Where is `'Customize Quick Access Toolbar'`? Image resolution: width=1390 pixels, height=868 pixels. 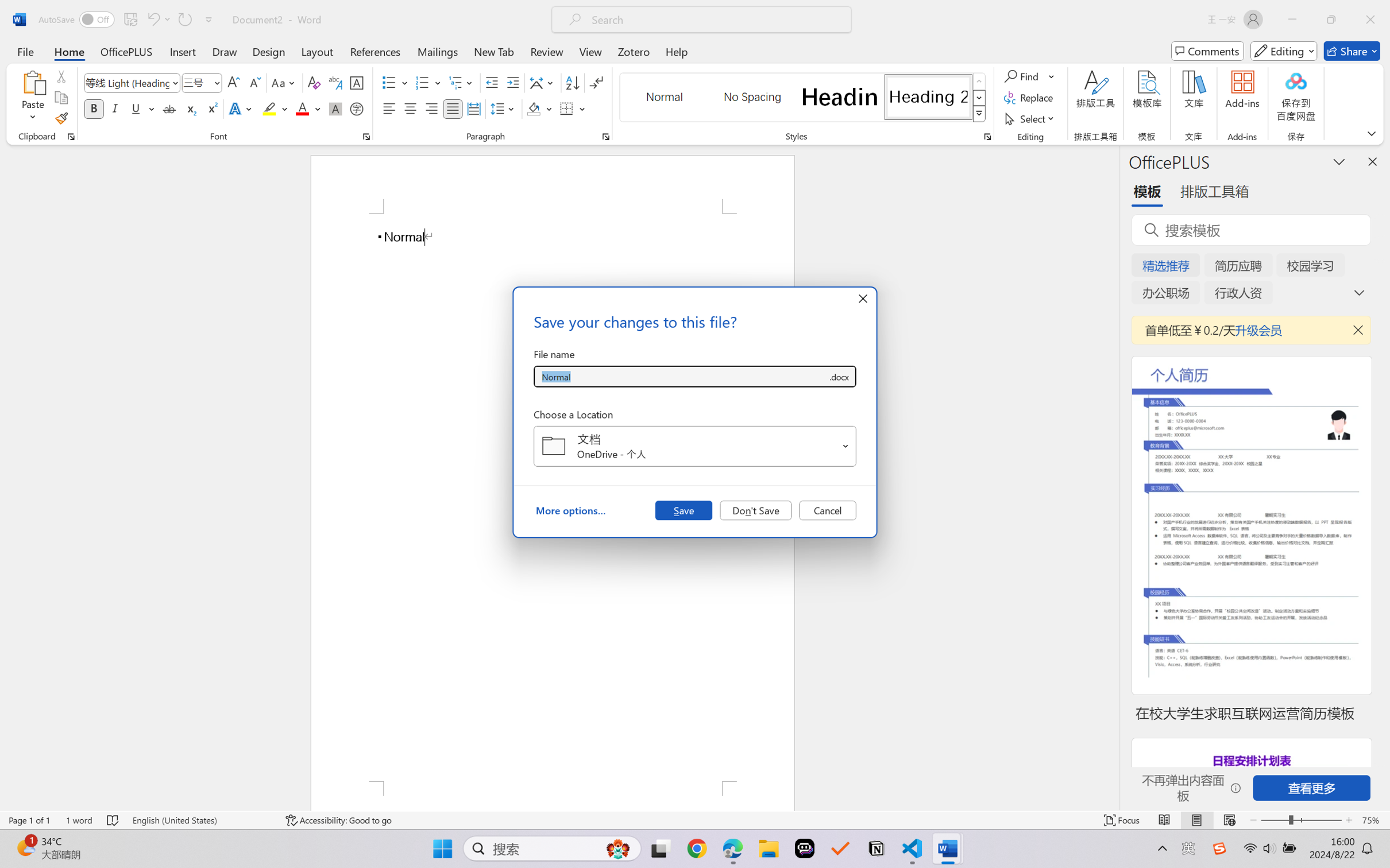 'Customize Quick Access Toolbar' is located at coordinates (208, 19).